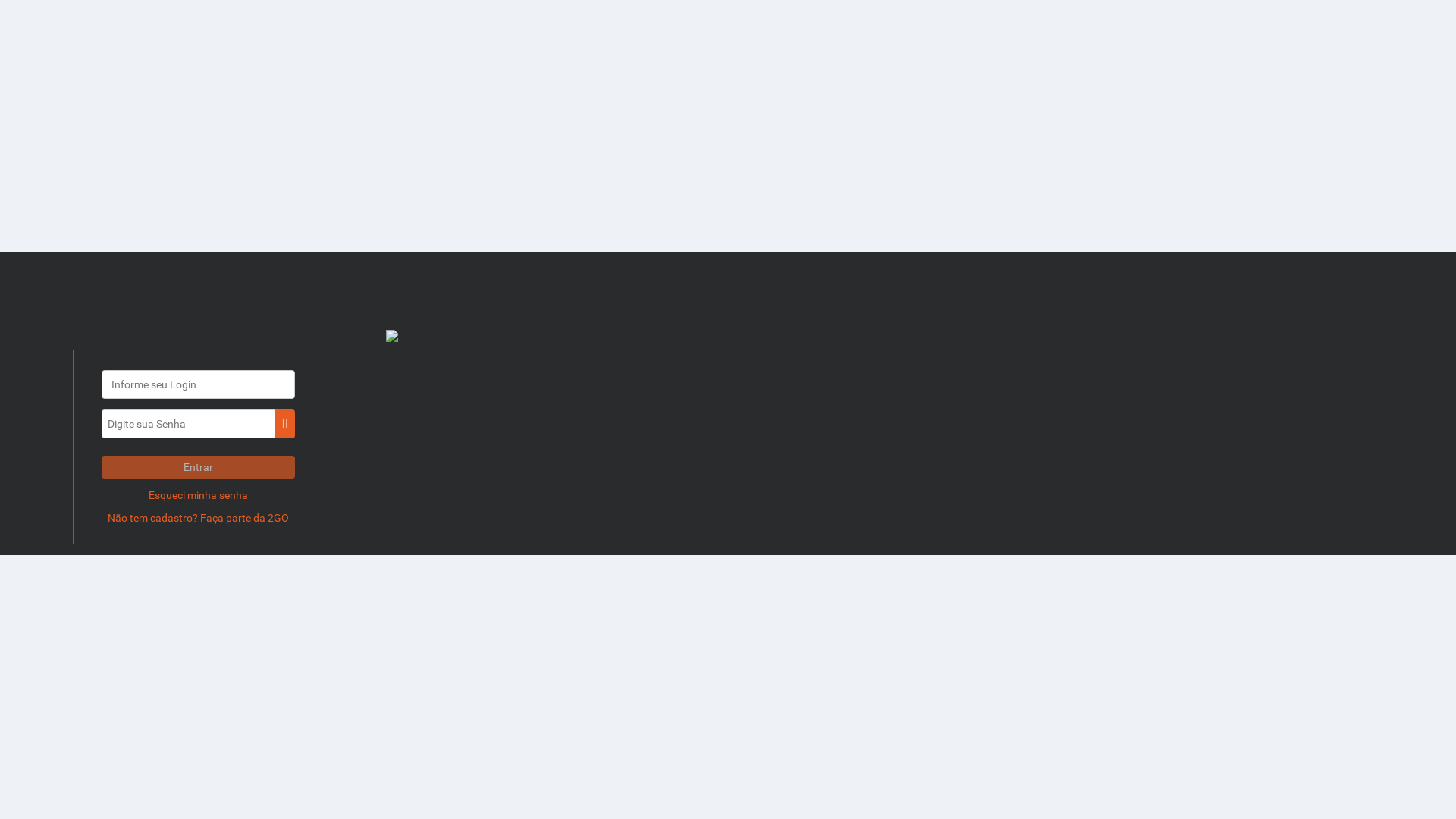  I want to click on 'Esqueci minha senha', so click(95, 494).